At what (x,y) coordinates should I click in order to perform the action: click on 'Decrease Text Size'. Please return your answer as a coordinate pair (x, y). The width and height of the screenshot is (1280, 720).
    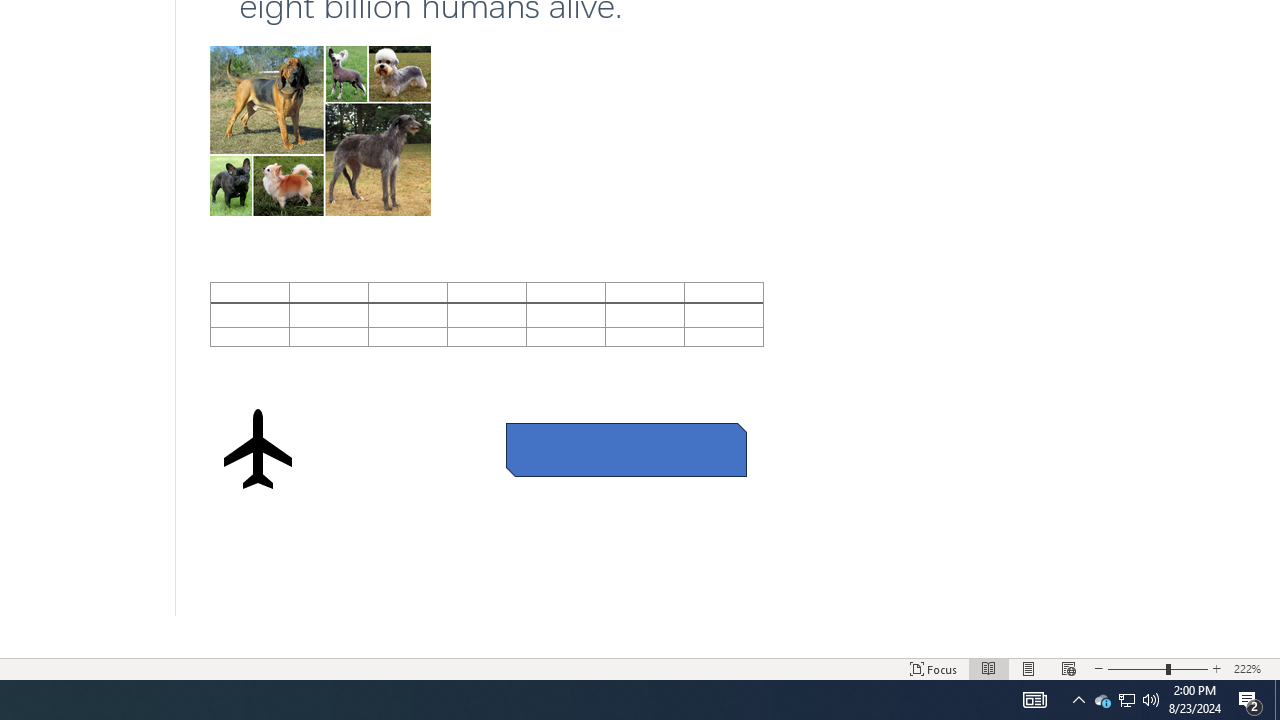
    Looking at the image, I should click on (1098, 669).